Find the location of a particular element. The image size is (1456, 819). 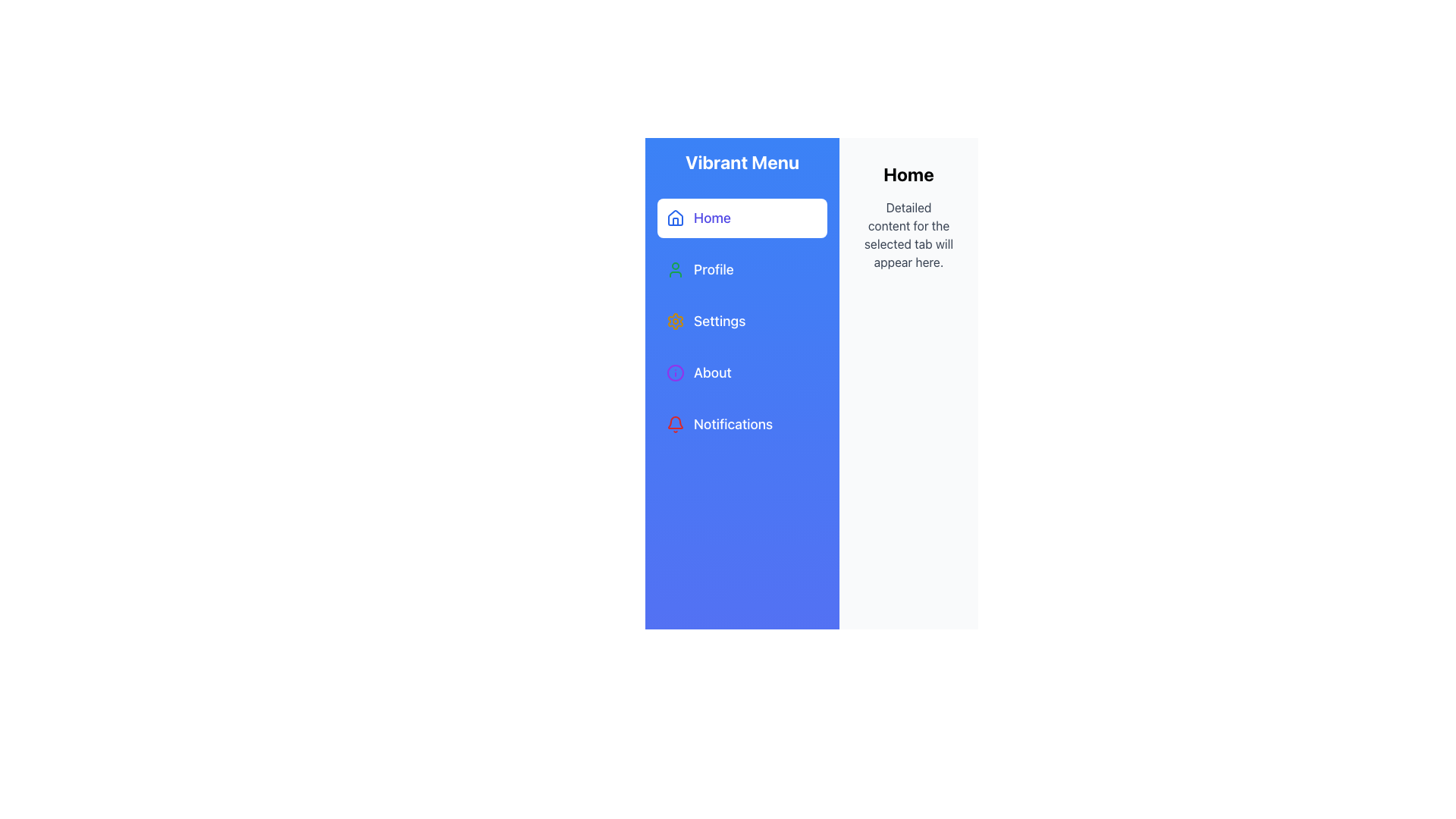

the 'Settings' button in the vertical navigation menu, which is the third item below 'Profile' and above 'About' is located at coordinates (742, 321).